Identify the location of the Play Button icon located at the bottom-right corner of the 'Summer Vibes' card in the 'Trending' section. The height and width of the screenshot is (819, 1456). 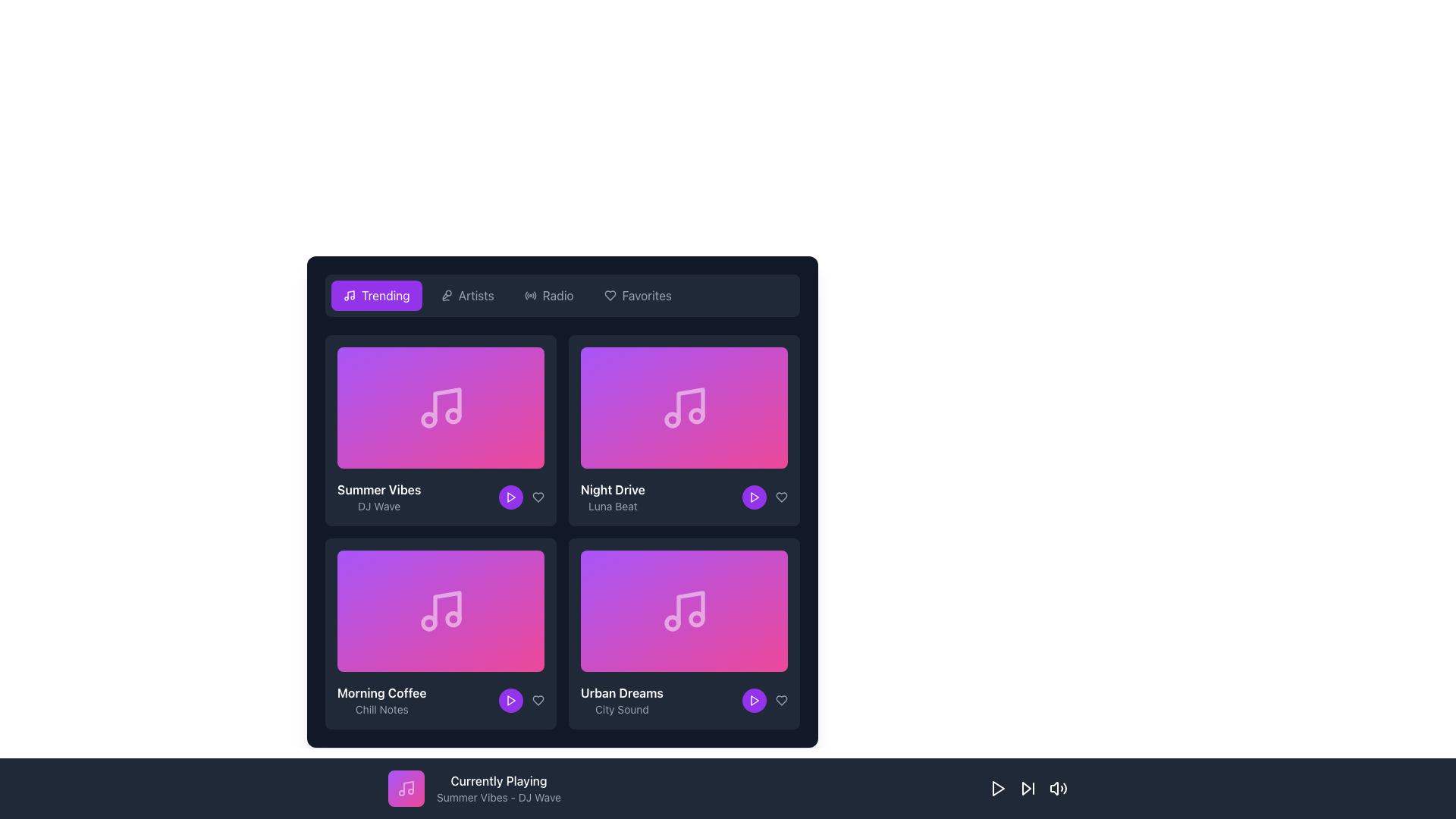
(511, 497).